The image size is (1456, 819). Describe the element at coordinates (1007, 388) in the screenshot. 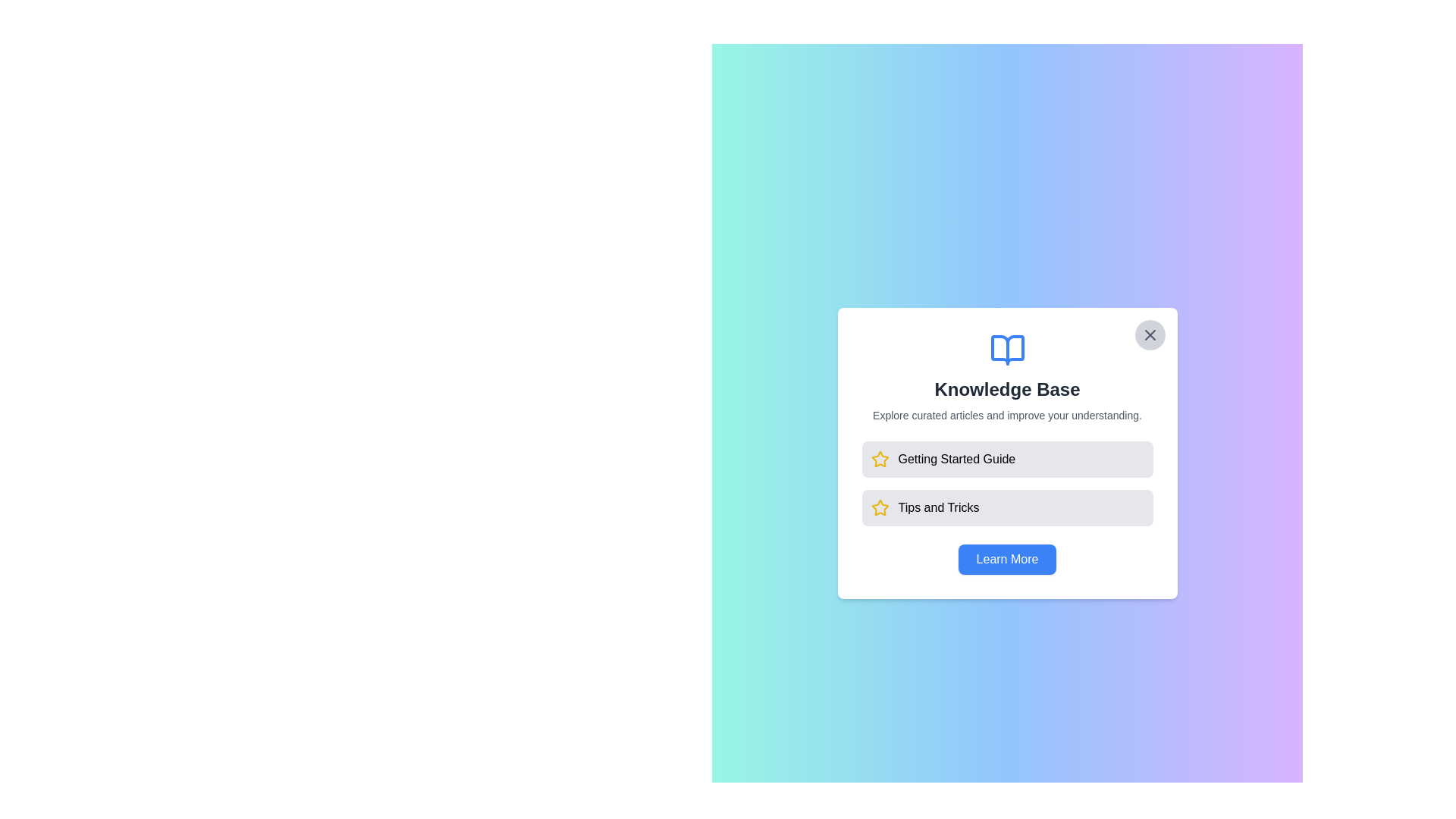

I see `the 'Knowledge Base' text label that is prominently displayed in bold and enlarged font, positioned centrally within the panel` at that location.